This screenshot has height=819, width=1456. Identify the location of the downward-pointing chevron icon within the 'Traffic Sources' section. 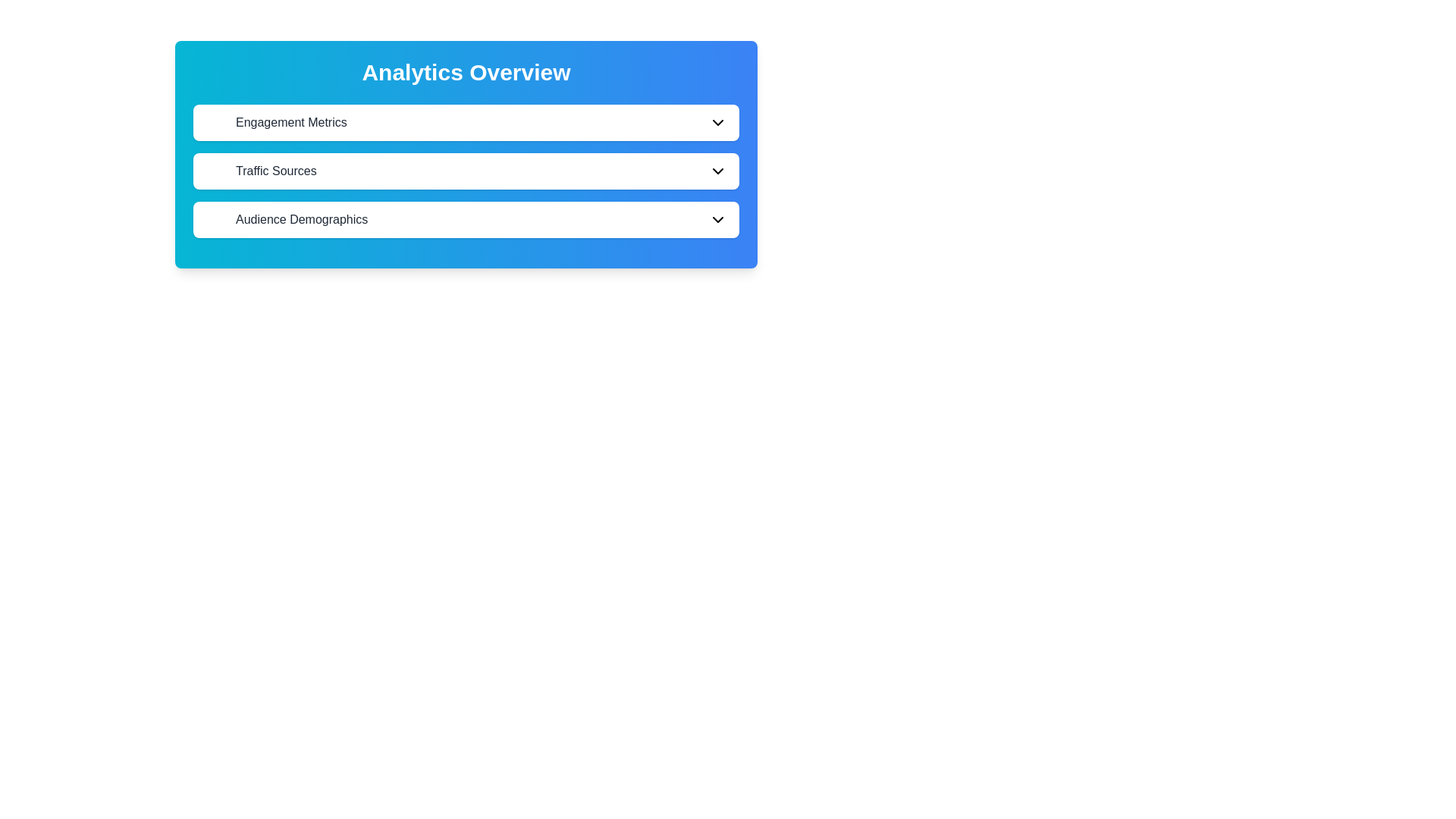
(717, 171).